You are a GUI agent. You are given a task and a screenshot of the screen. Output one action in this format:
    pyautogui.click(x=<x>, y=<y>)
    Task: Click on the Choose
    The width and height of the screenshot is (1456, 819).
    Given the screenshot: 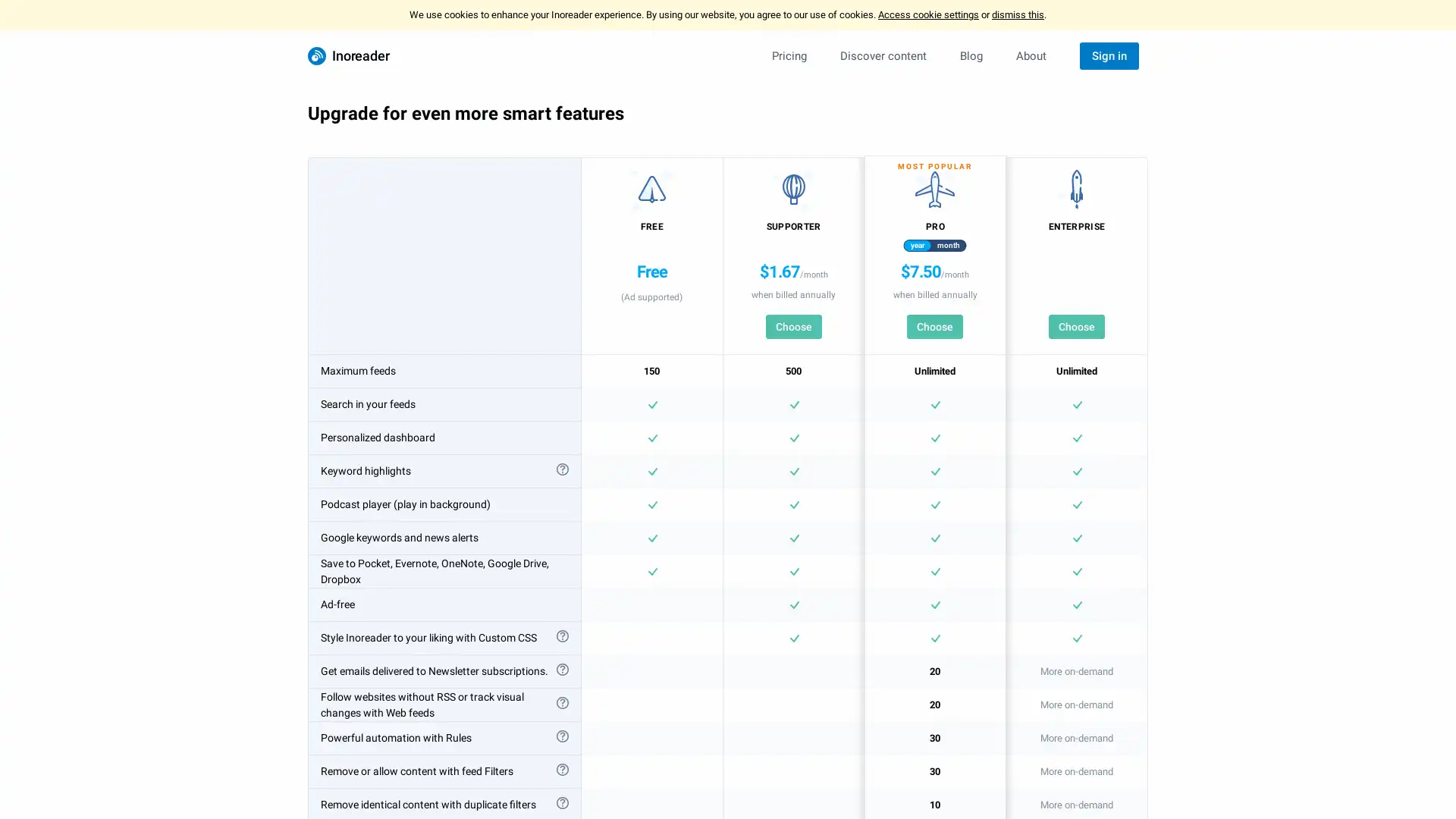 What is the action you would take?
    pyautogui.click(x=792, y=326)
    